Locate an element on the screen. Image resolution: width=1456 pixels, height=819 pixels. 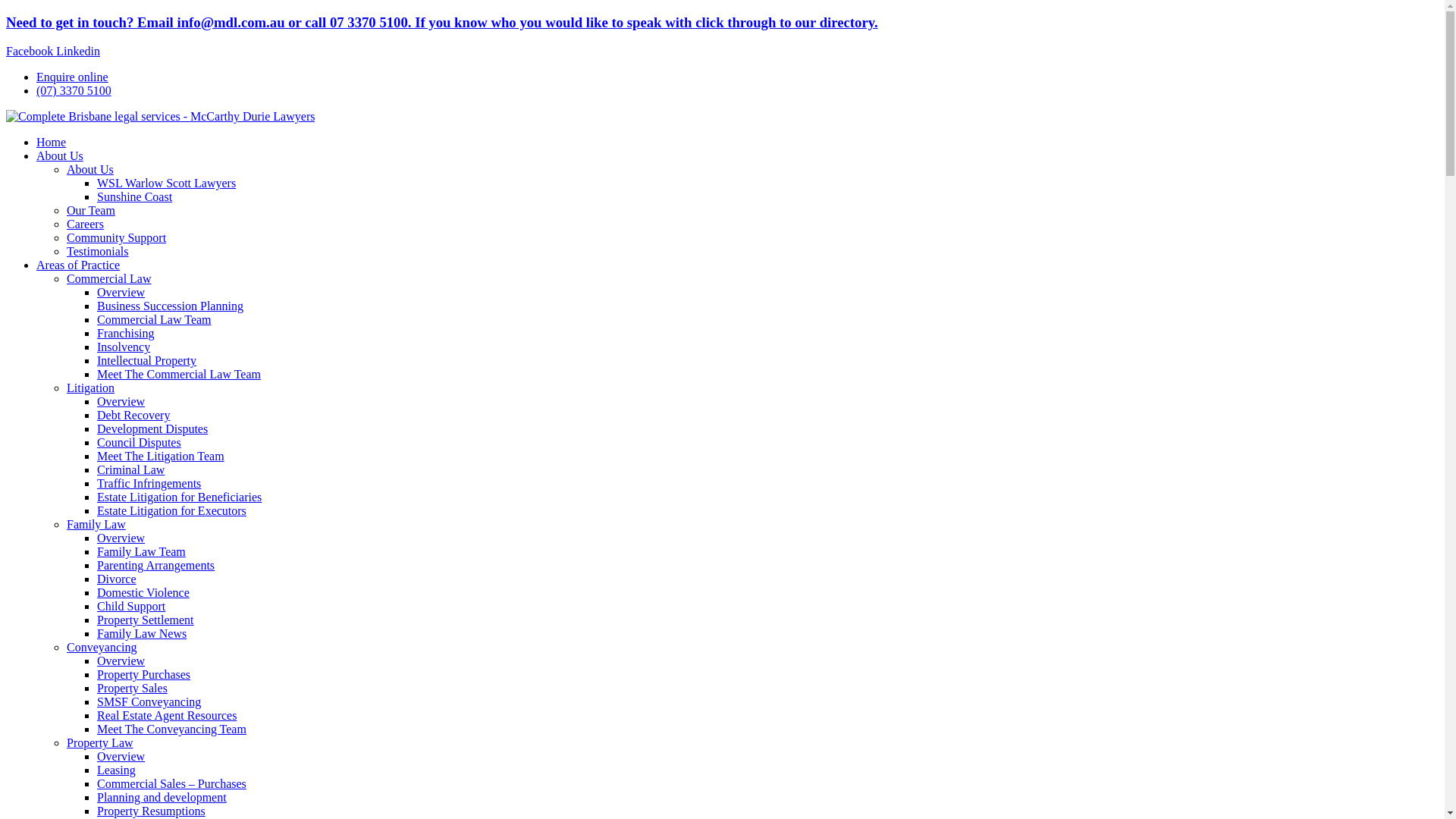
'WSL Warlow Scott Lawyers' is located at coordinates (166, 182).